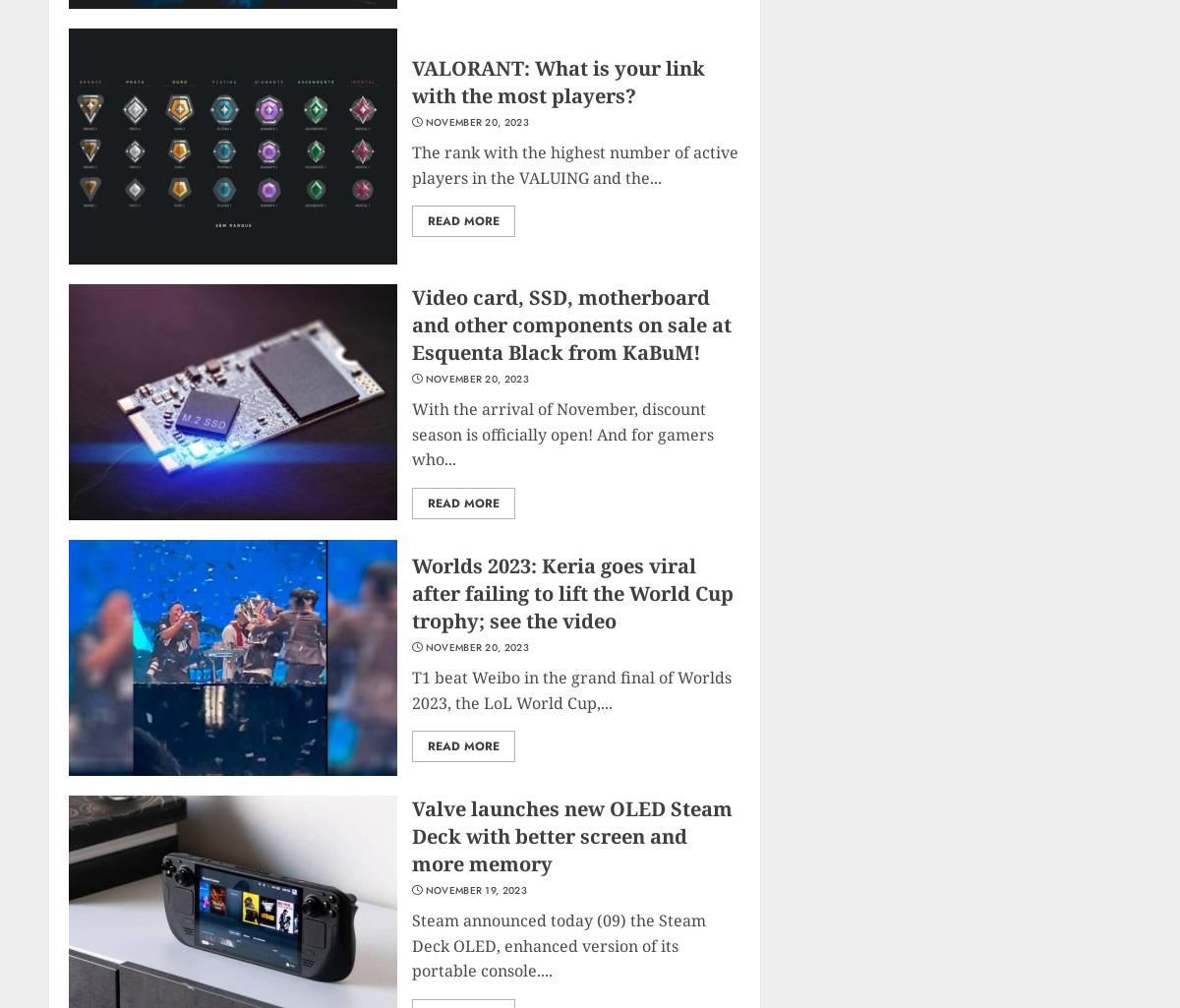 The height and width of the screenshot is (1008, 1180). I want to click on 'Valve launches new OLED Steam Deck with better screen and more memory', so click(571, 836).